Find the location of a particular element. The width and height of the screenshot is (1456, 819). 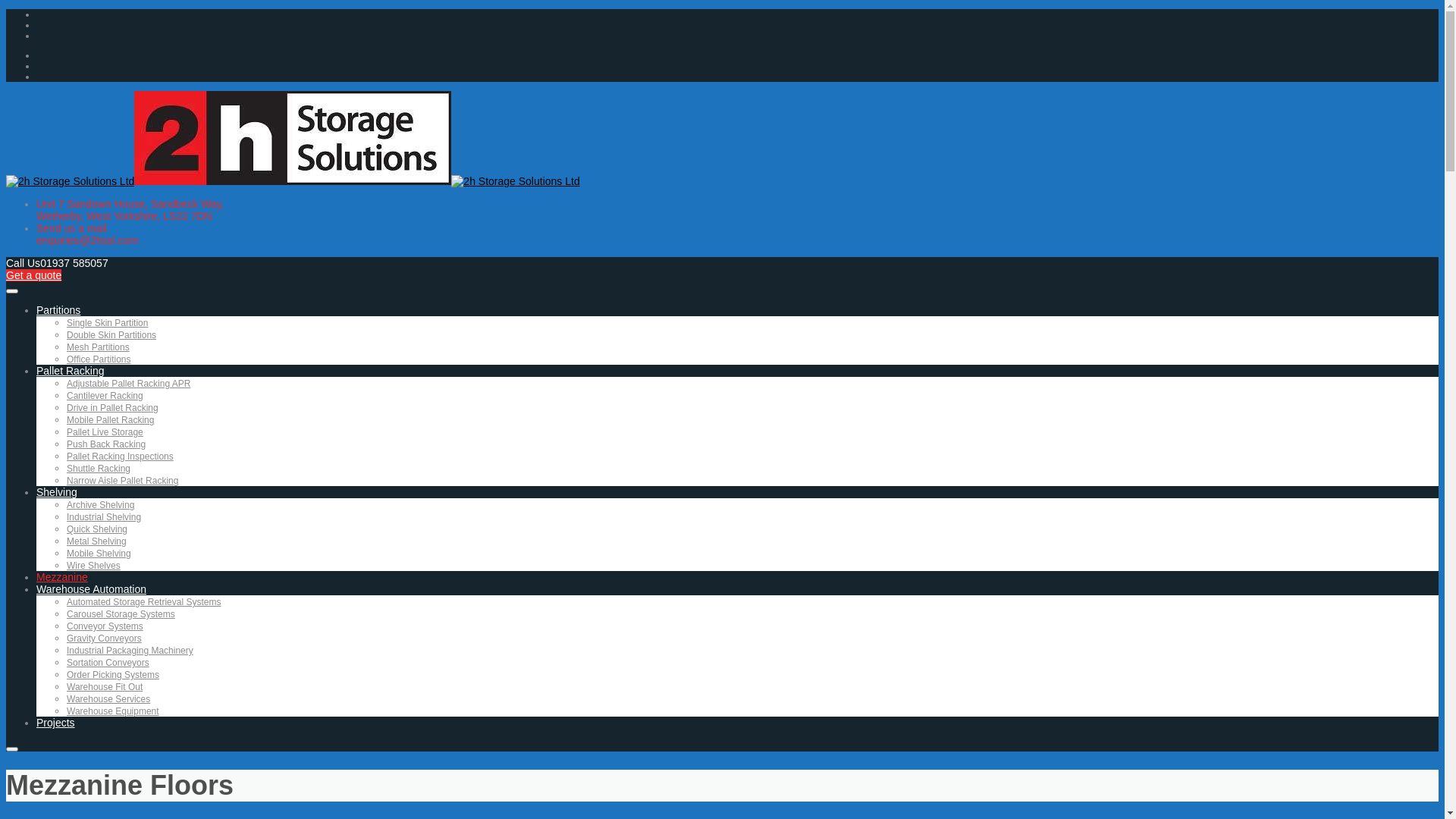

'Automated Storage Retrieval Systems' is located at coordinates (143, 601).